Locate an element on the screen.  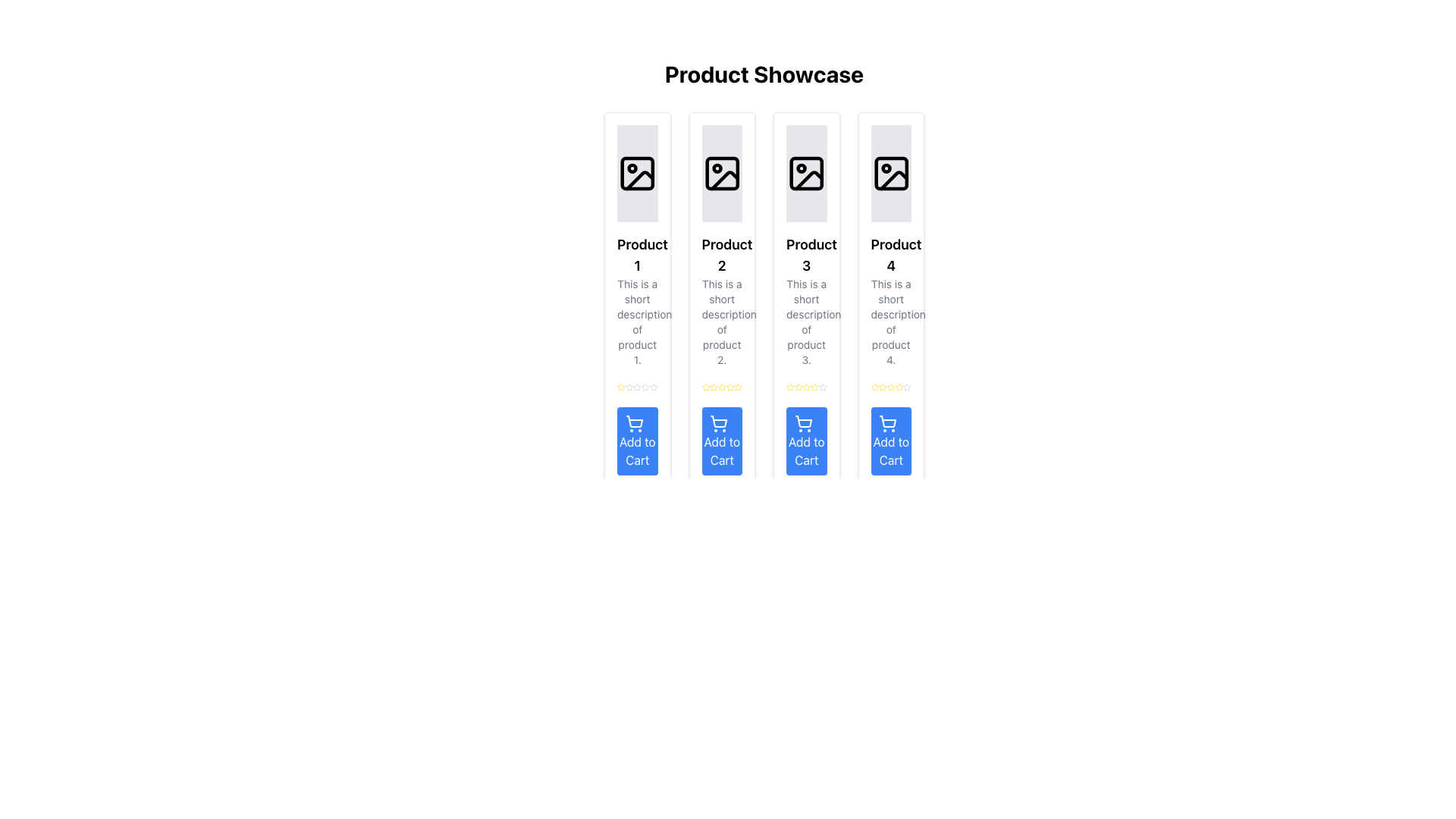
the SVG icon representing the rating system located in the fourth product card, positioned below the product description and above the 'Add to Cart' button is located at coordinates (874, 386).